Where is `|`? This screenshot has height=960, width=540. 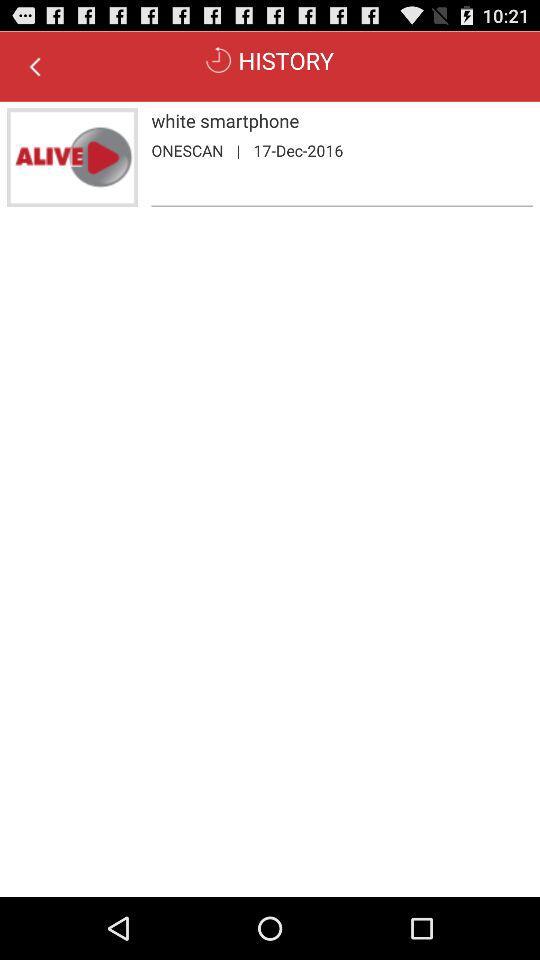
| is located at coordinates (238, 149).